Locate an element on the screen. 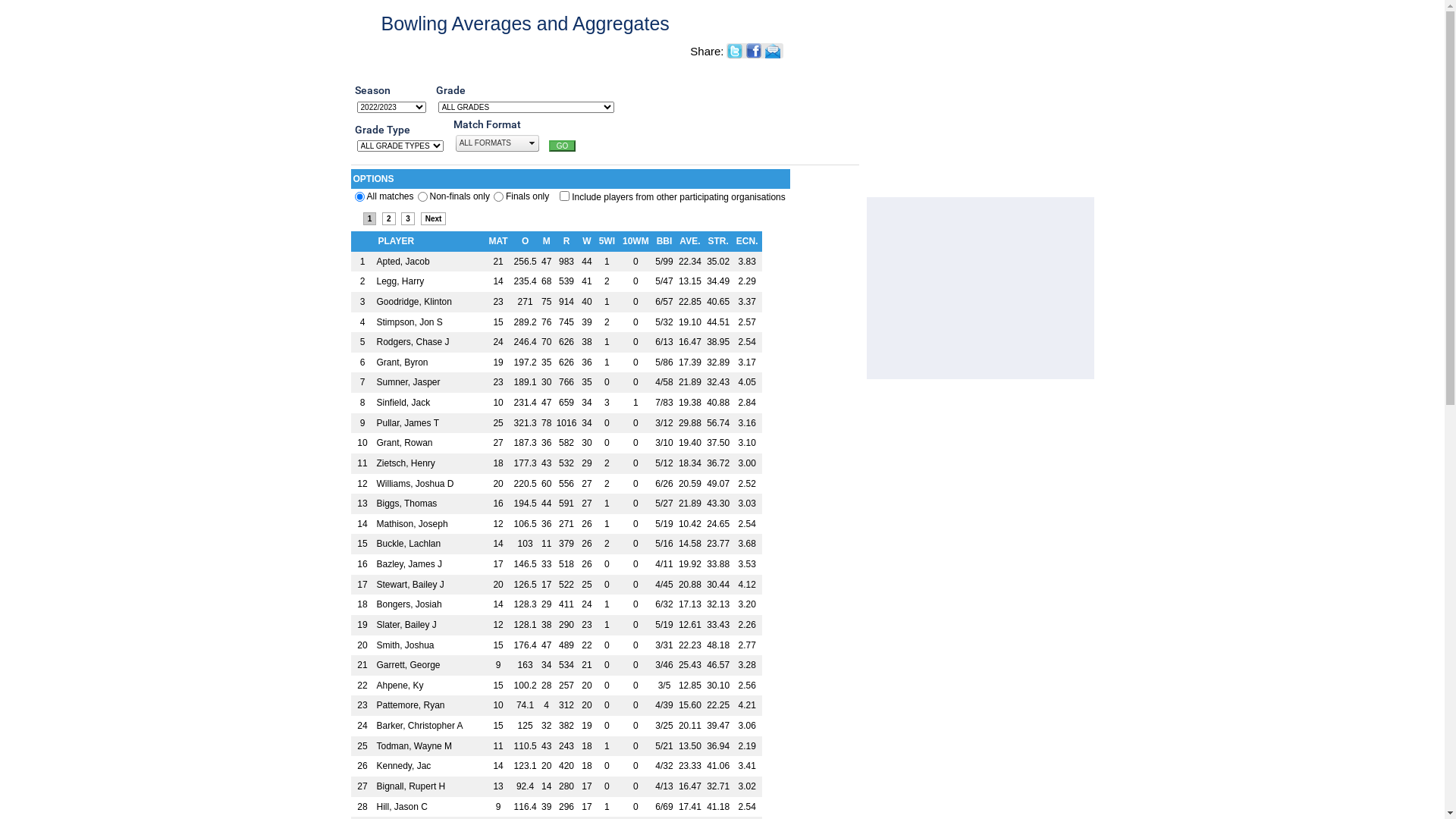  'GO' is located at coordinates (562, 146).